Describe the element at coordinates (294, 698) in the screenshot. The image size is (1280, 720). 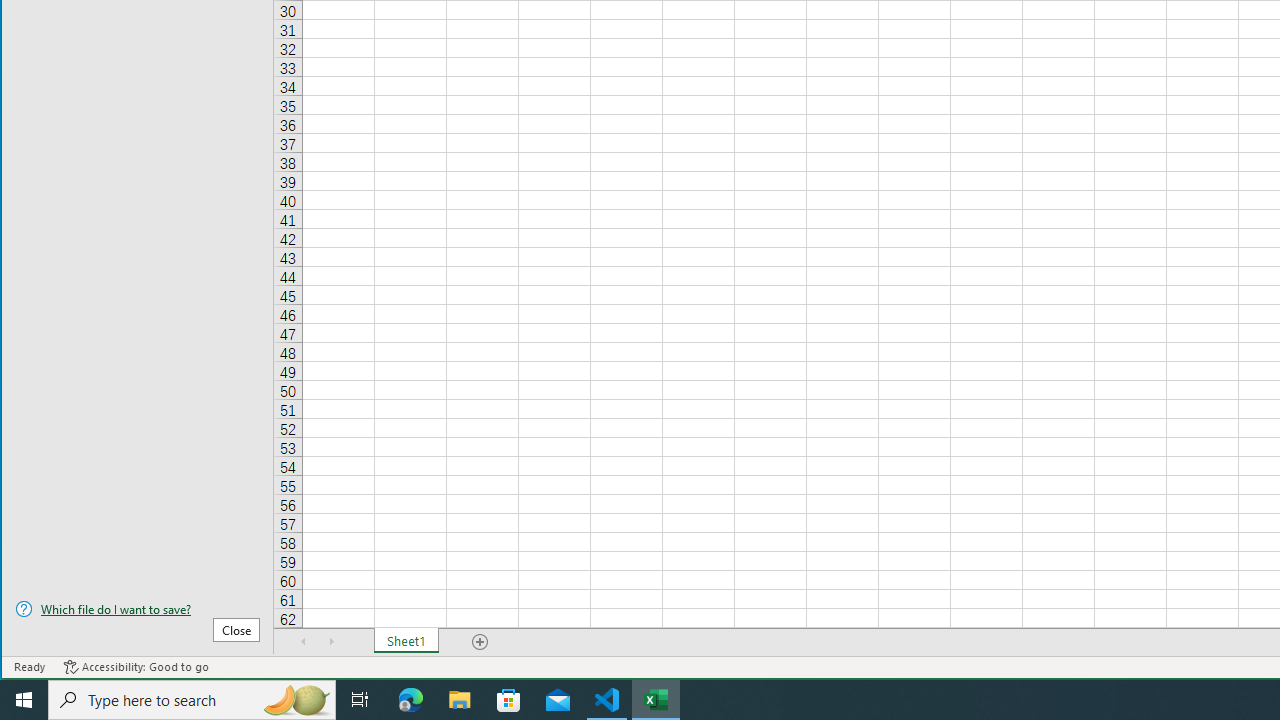
I see `'Search highlights icon opens search home window'` at that location.